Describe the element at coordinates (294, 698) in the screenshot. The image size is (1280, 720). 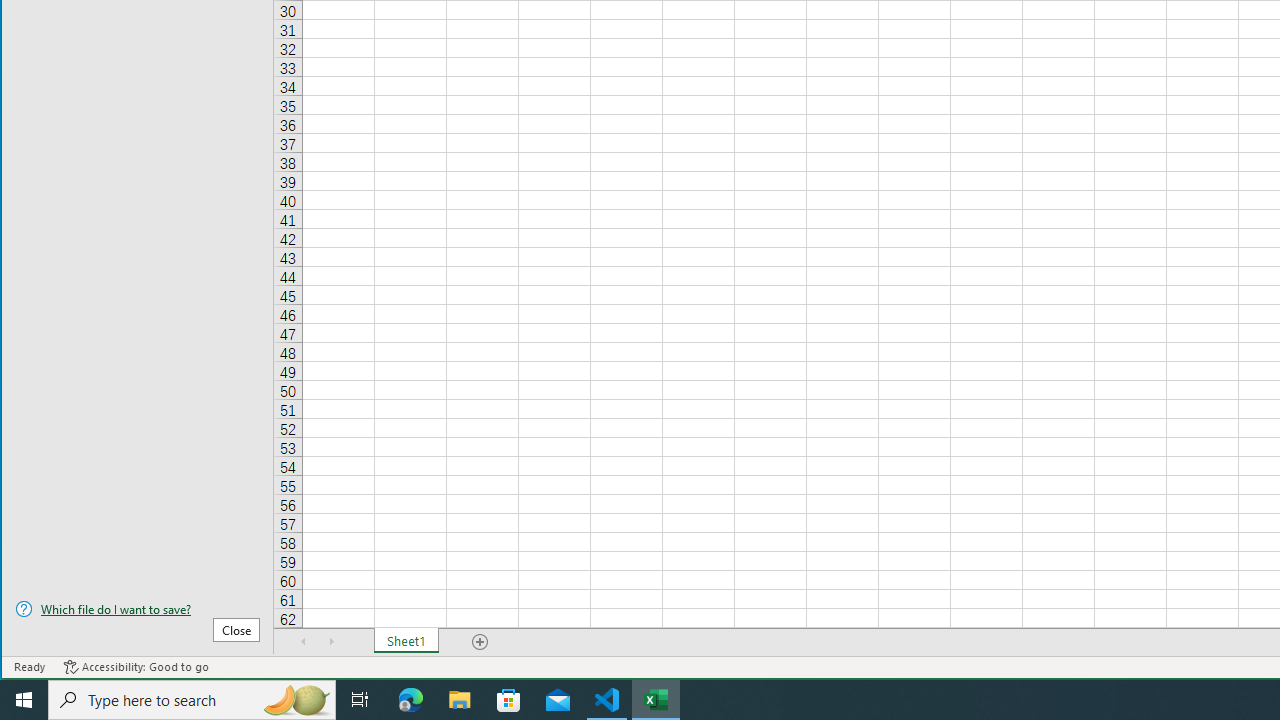
I see `'Search highlights icon opens search home window'` at that location.